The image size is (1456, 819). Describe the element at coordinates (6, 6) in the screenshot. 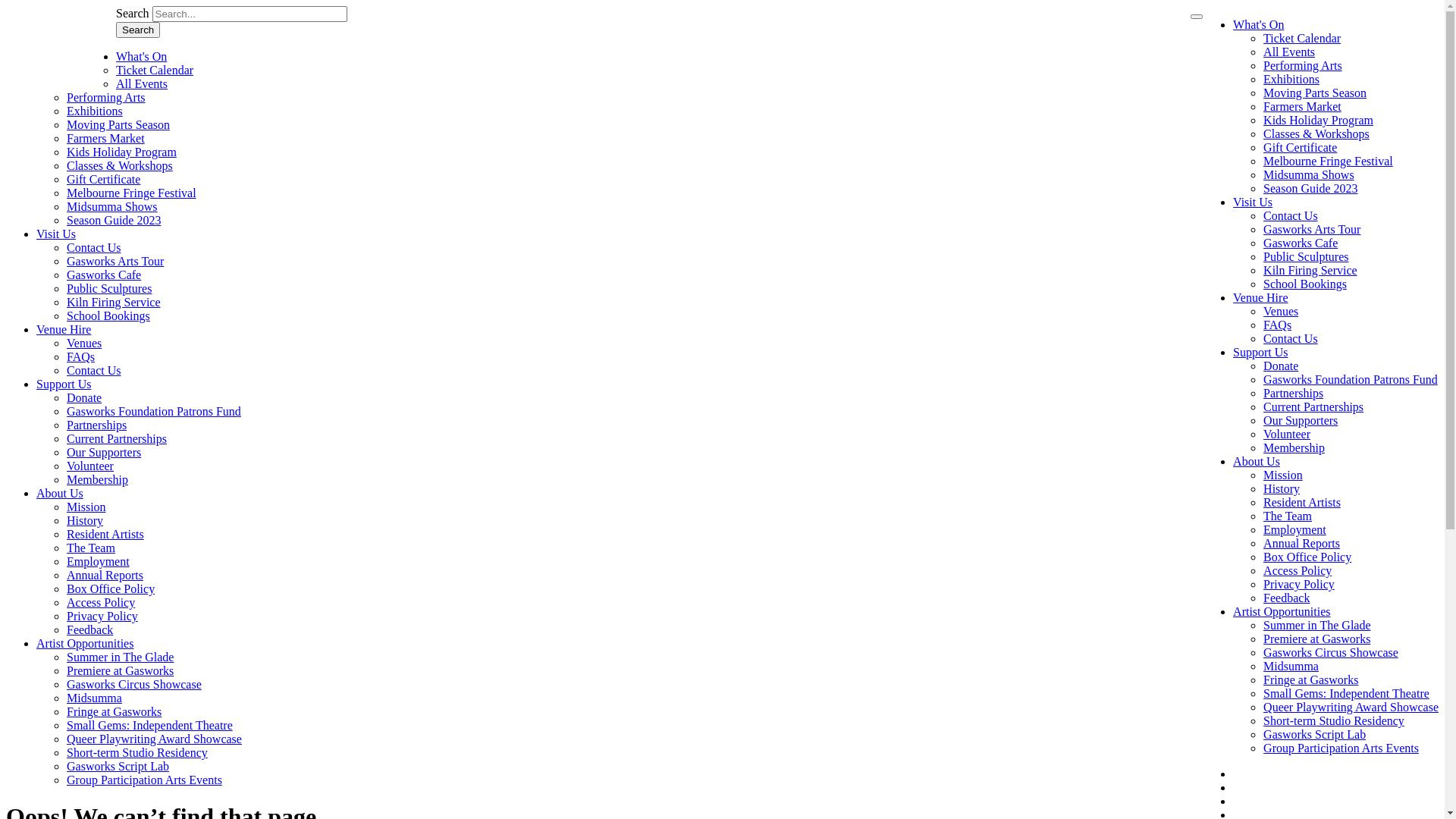

I see `'Skip to main content'` at that location.